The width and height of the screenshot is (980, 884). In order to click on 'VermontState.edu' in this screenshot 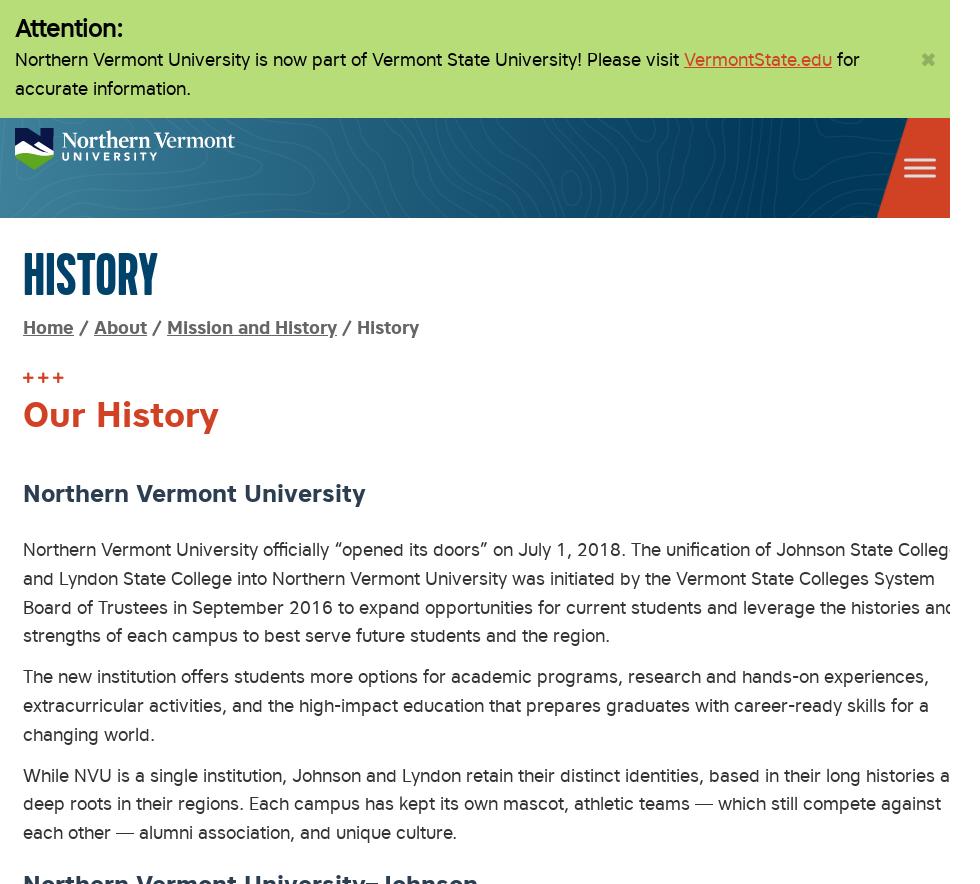, I will do `click(758, 57)`.